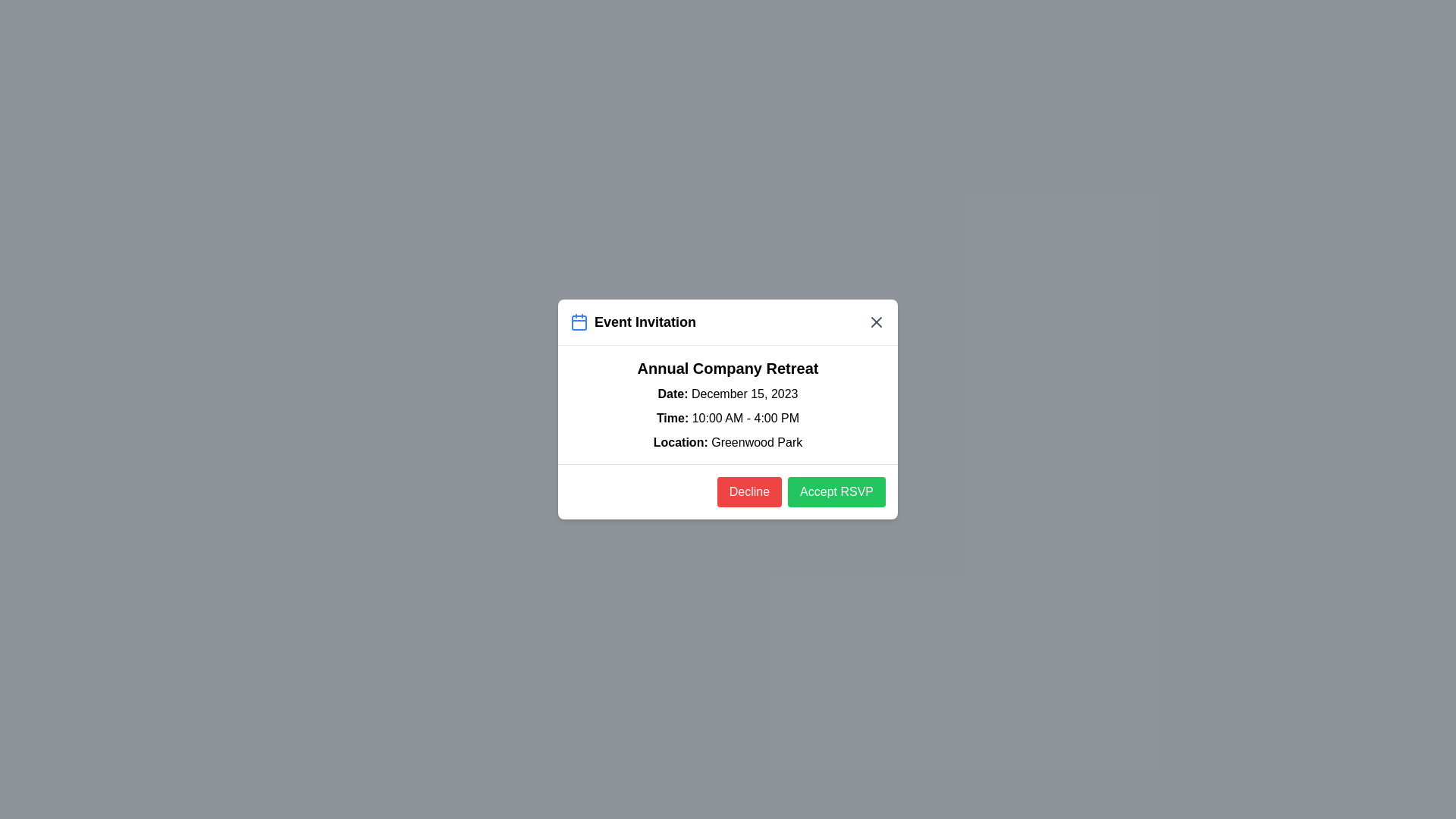  What do you see at coordinates (836, 491) in the screenshot?
I see `the button located at the bottom-right of the dialog box, next to the red 'Decline' button, to accept the RSVP` at bounding box center [836, 491].